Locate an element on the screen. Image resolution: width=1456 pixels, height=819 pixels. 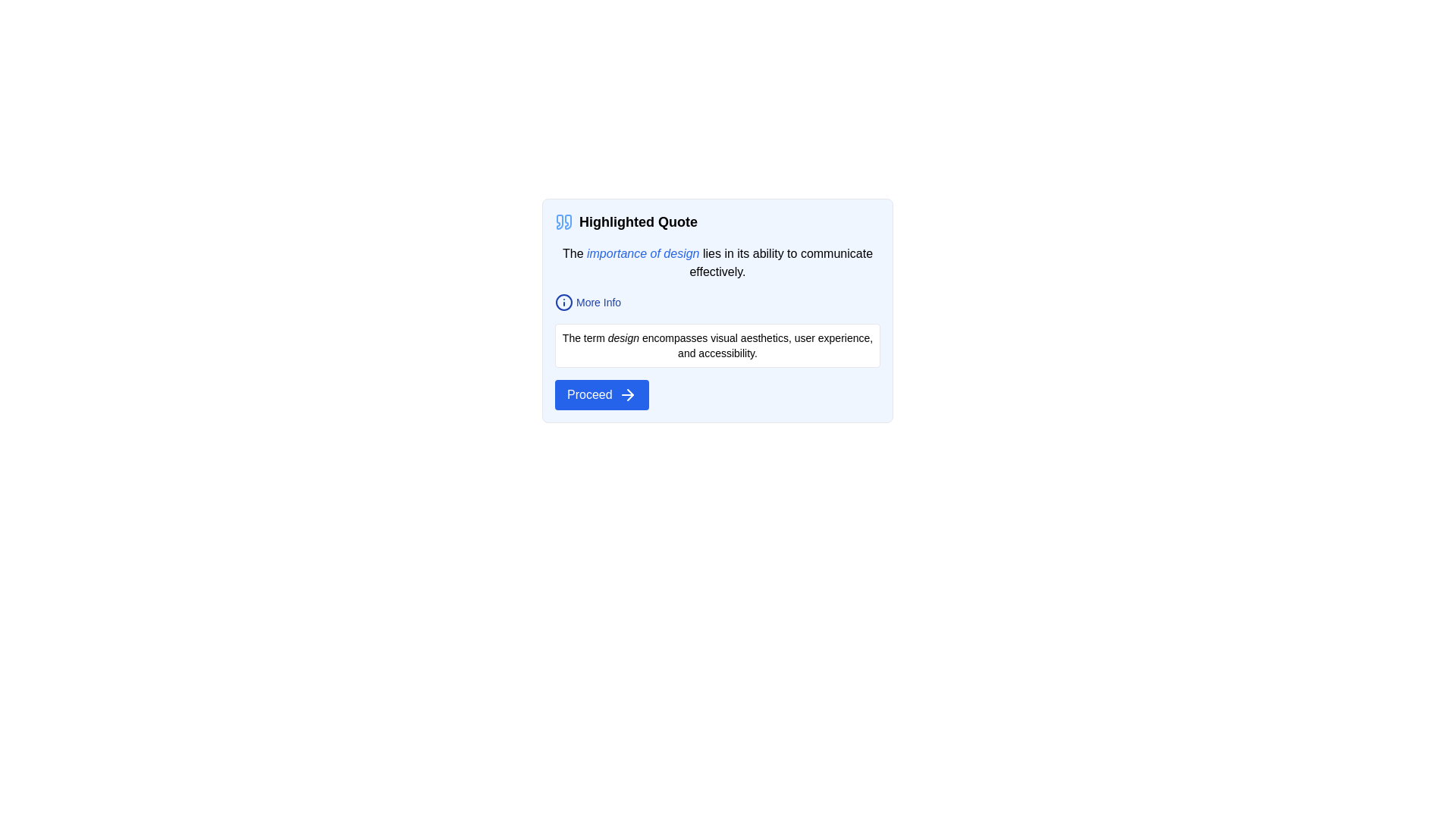
the decorative icon indicating a quote in the 'Highlighted Quote' section, which is the first element in the group and aligned at the top of the card layout is located at coordinates (563, 222).